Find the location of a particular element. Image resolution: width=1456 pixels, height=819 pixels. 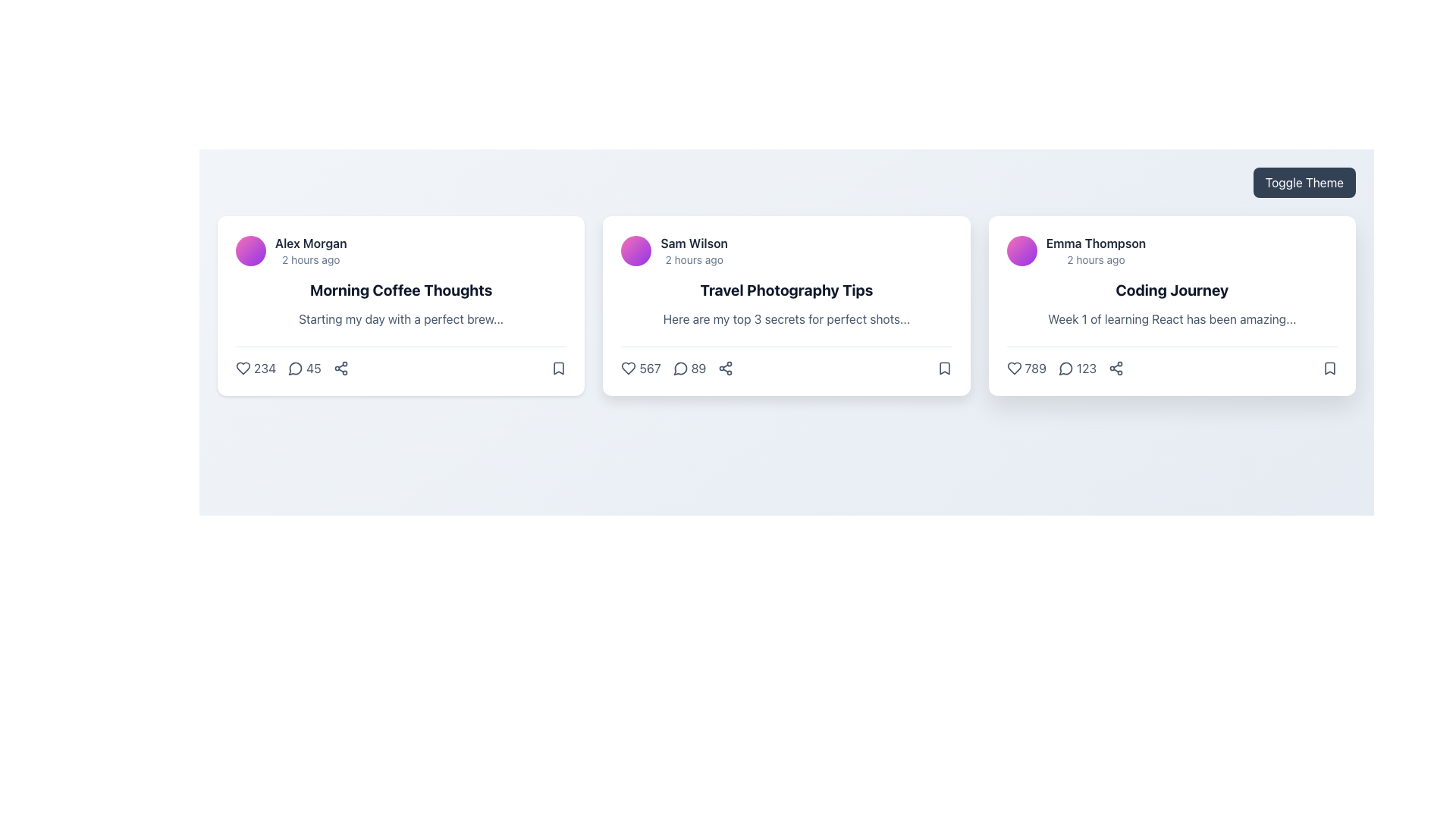

introductory text content located in the central card below the heading 'Travel Photography Tips' is located at coordinates (786, 318).